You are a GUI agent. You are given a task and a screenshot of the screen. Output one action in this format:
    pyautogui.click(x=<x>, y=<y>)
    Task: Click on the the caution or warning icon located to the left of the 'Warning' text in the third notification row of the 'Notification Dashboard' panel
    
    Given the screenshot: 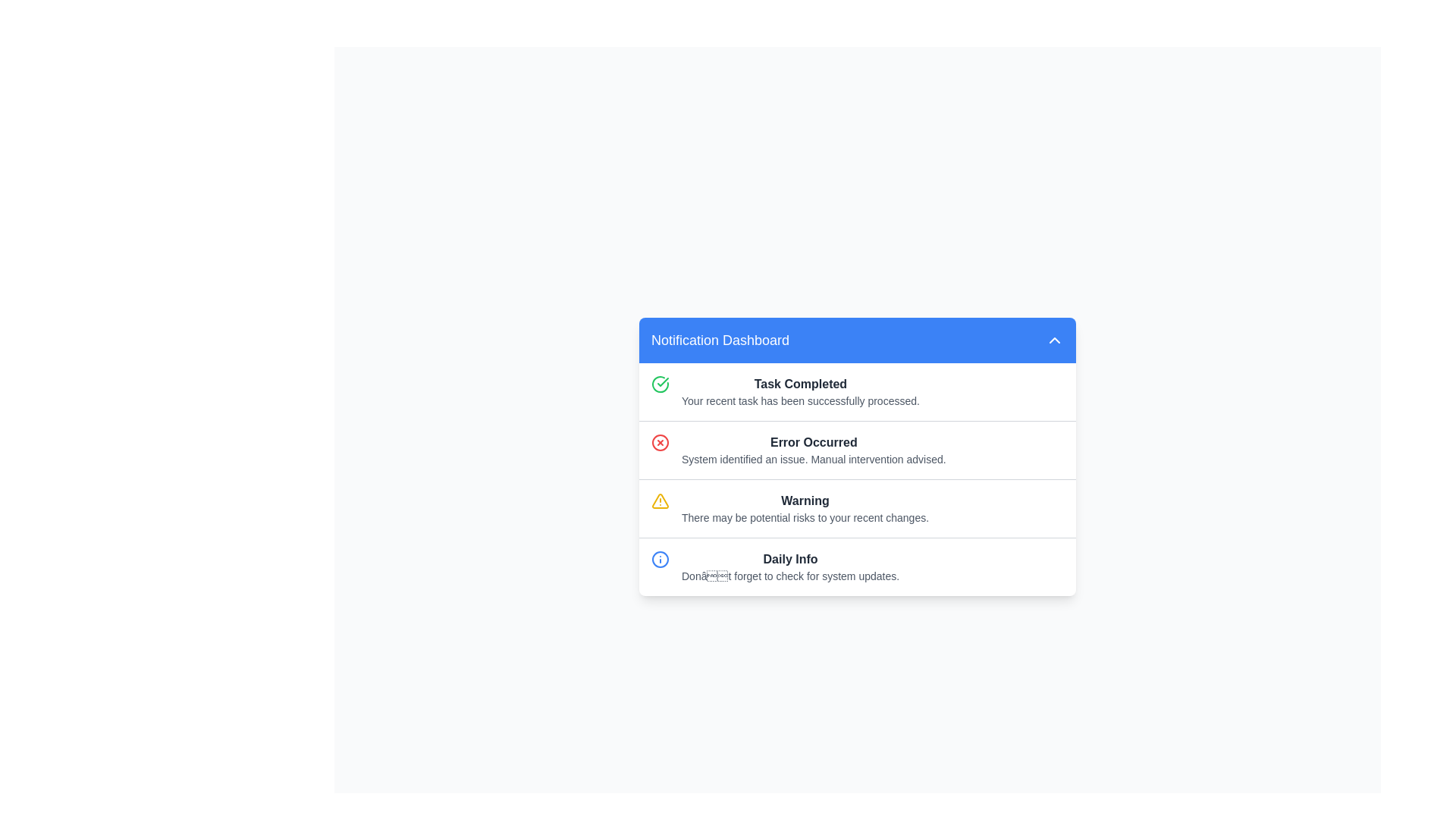 What is the action you would take?
    pyautogui.click(x=660, y=508)
    